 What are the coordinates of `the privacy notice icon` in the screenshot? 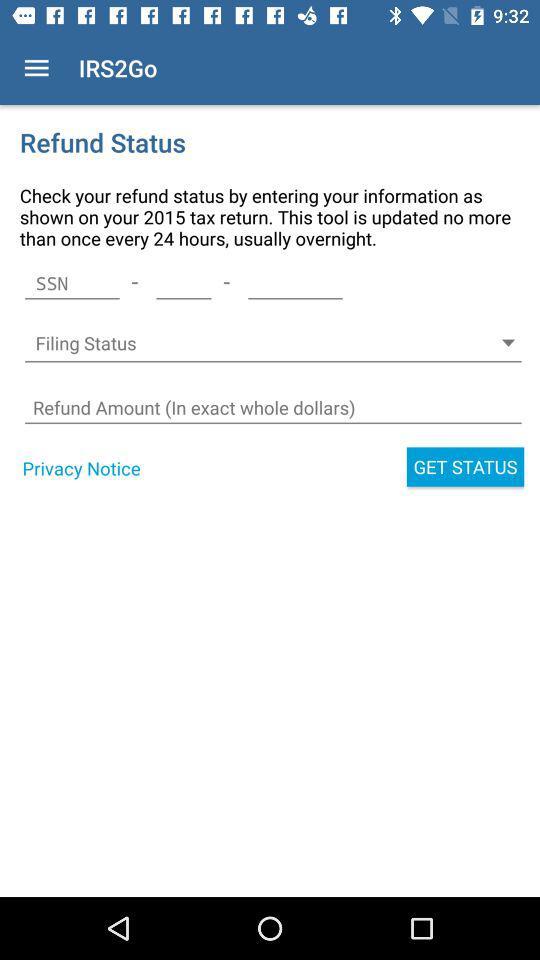 It's located at (80, 468).